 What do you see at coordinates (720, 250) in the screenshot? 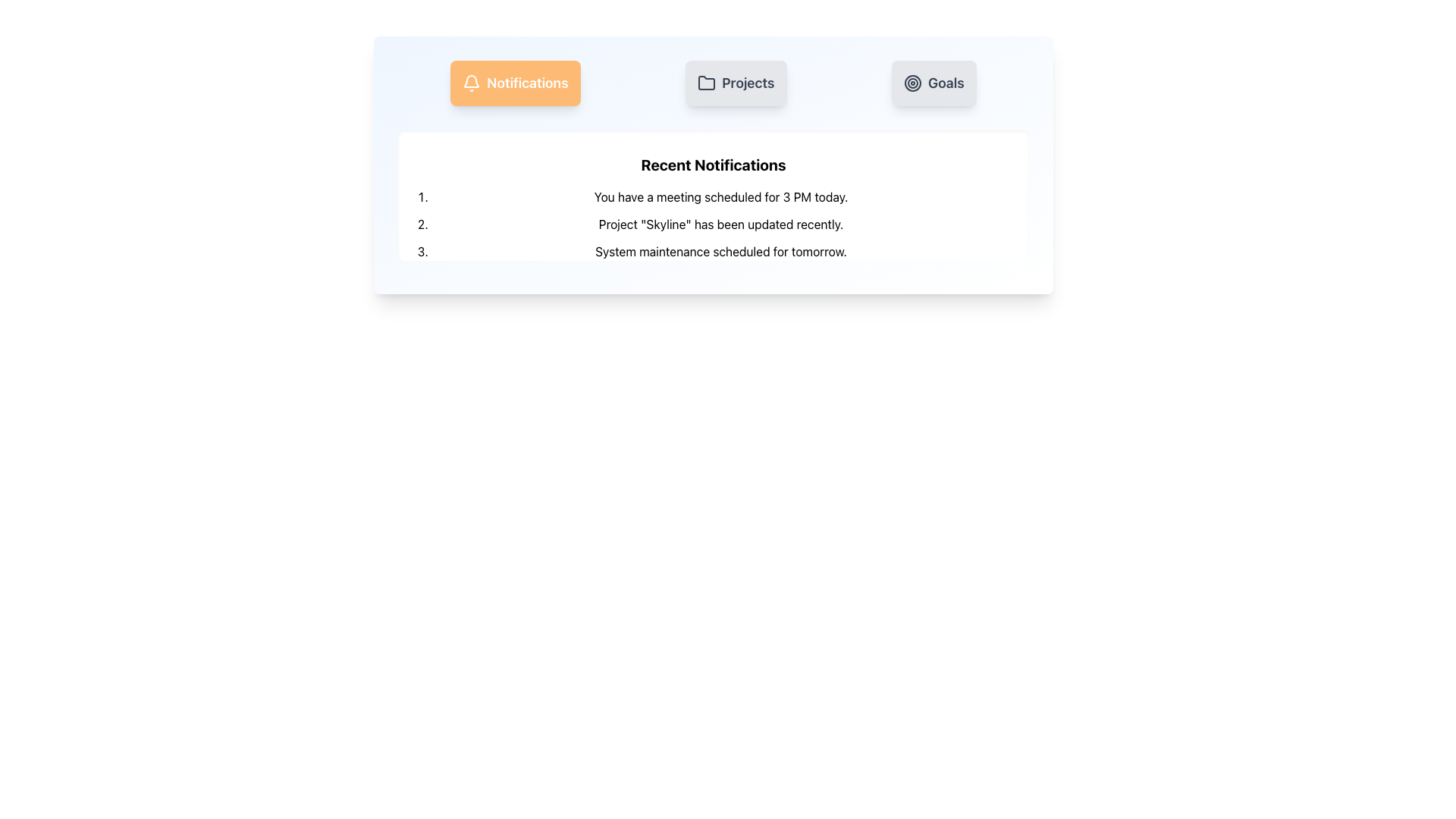
I see `the notification text element about the scheduled system maintenance, which is the last item in the 'Recent Notifications' card` at bounding box center [720, 250].